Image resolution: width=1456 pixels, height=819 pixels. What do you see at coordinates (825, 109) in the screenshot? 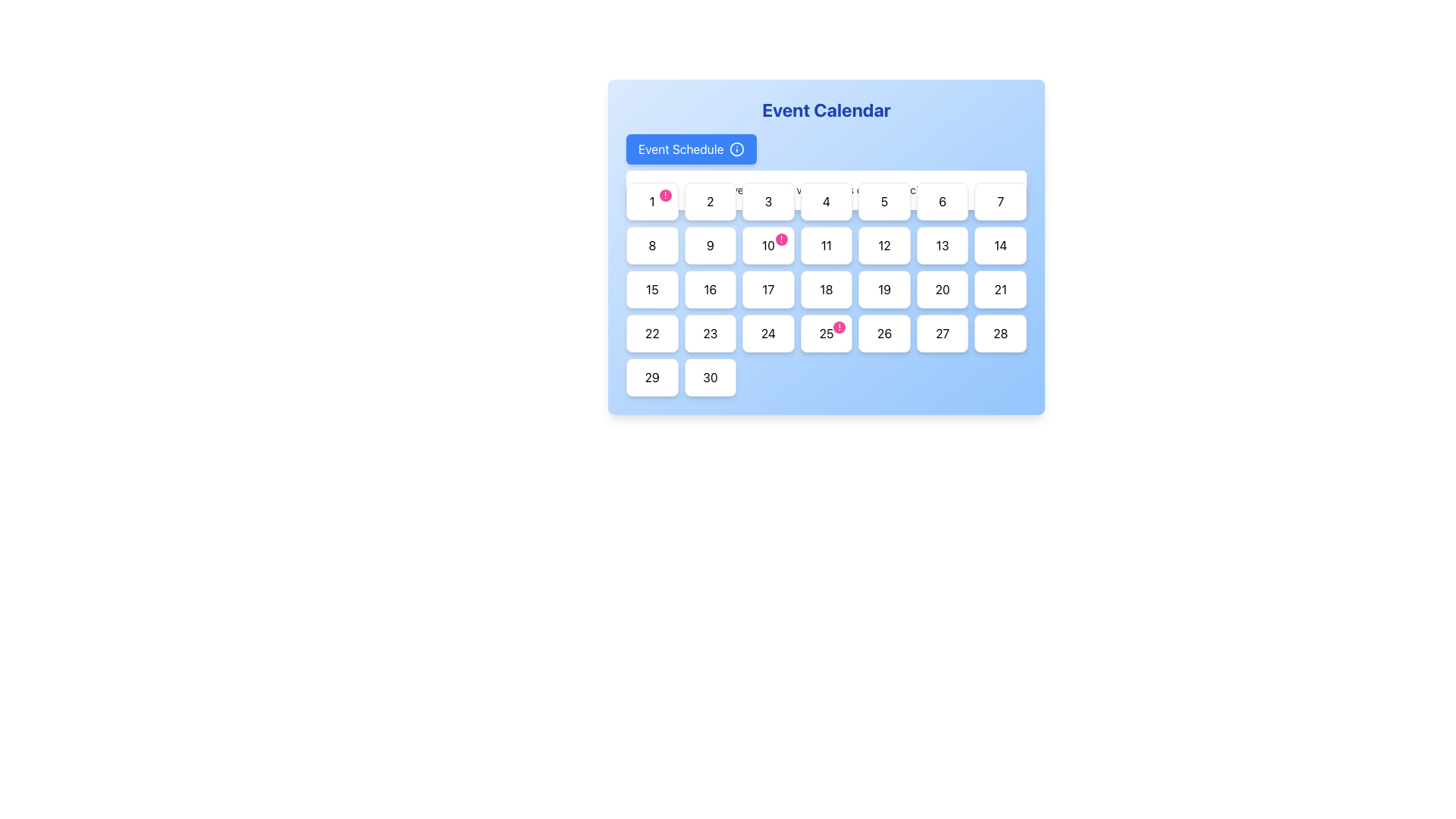
I see `the 'Event Calendar' text label, which is displayed in bold, blue text, located at the top of the calendar interface above the 'Event Schedule' button` at bounding box center [825, 109].